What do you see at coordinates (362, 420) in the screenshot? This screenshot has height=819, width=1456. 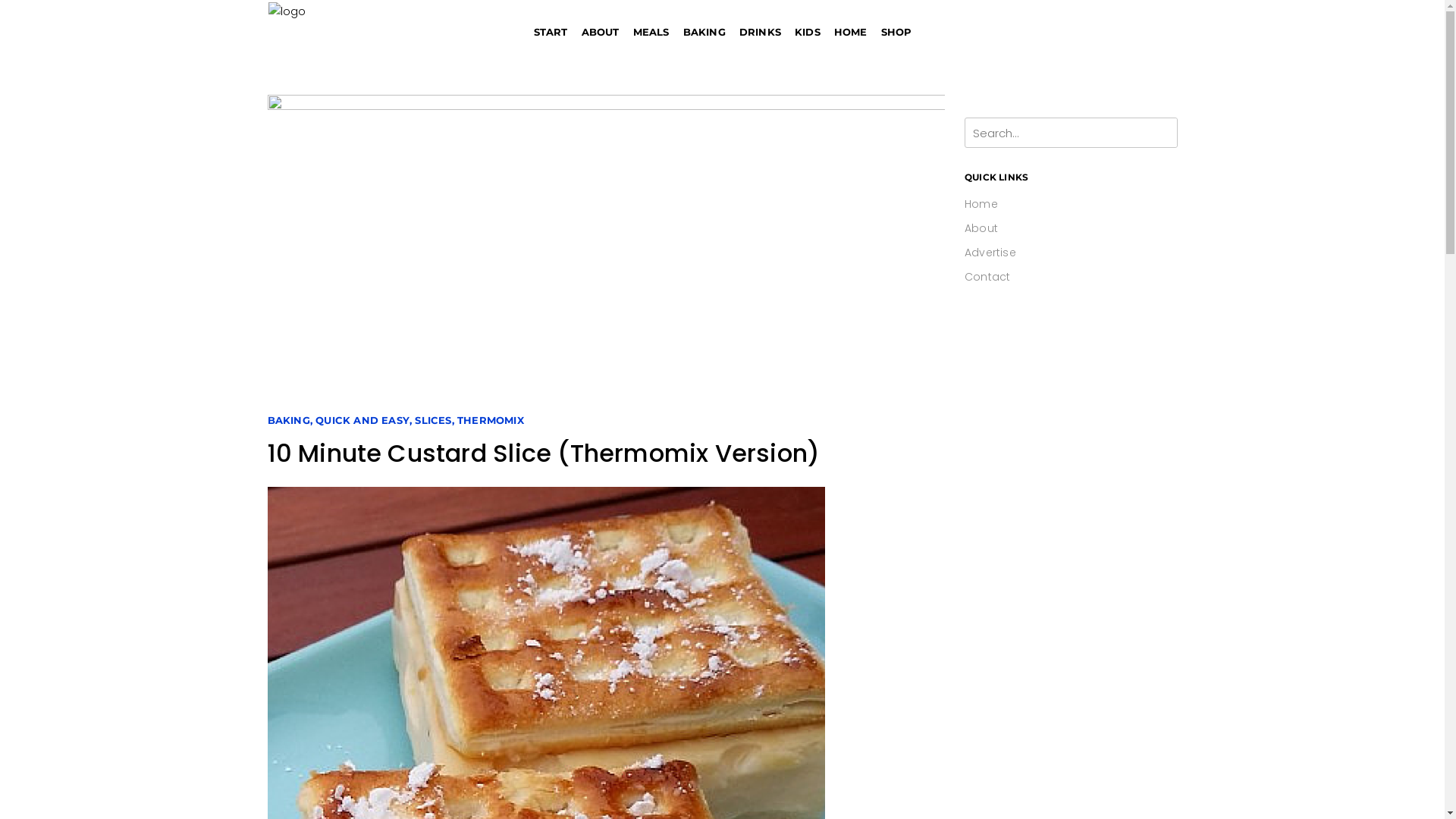 I see `'QUICK AND EASY'` at bounding box center [362, 420].